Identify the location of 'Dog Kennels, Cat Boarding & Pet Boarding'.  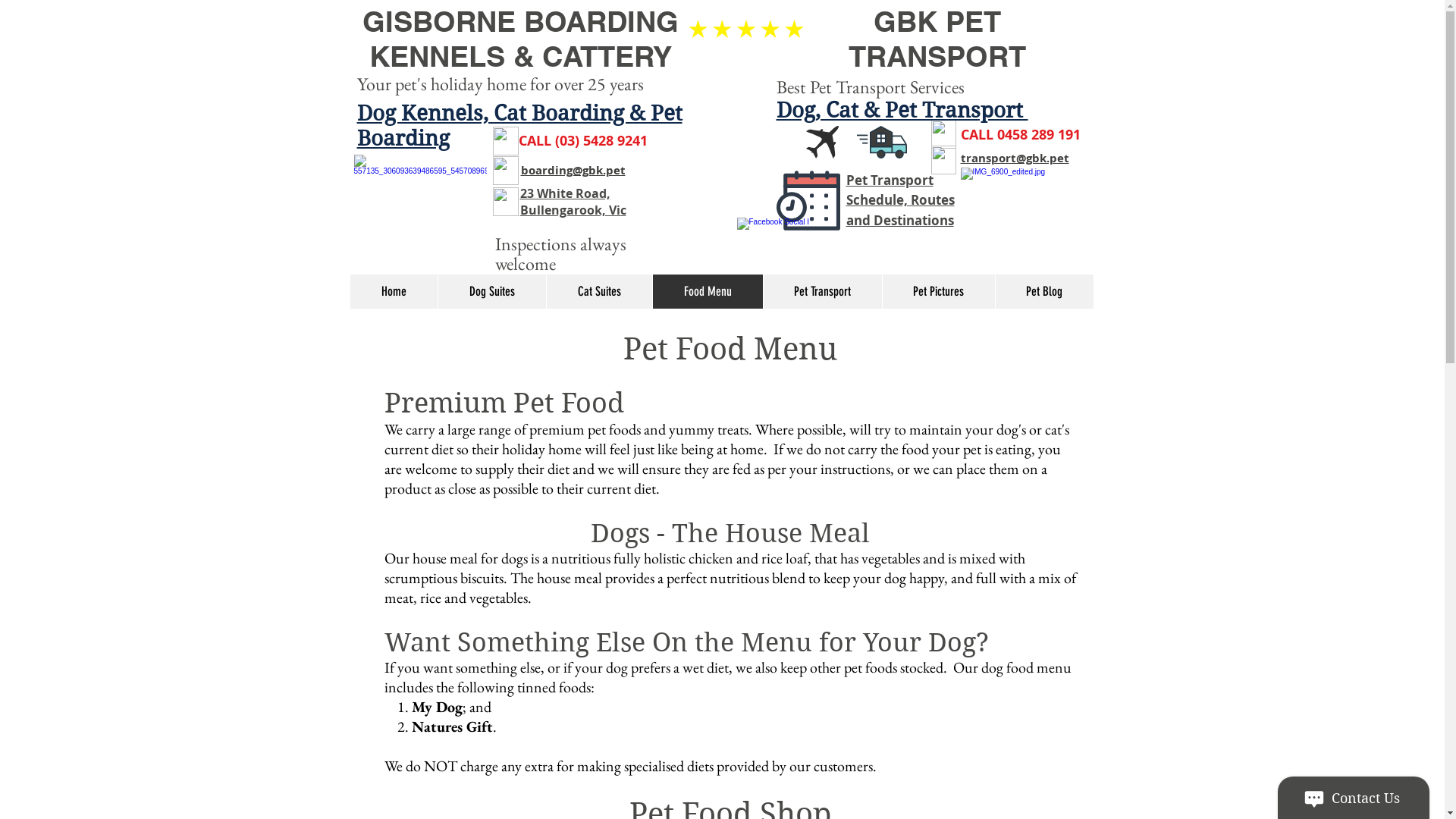
(519, 124).